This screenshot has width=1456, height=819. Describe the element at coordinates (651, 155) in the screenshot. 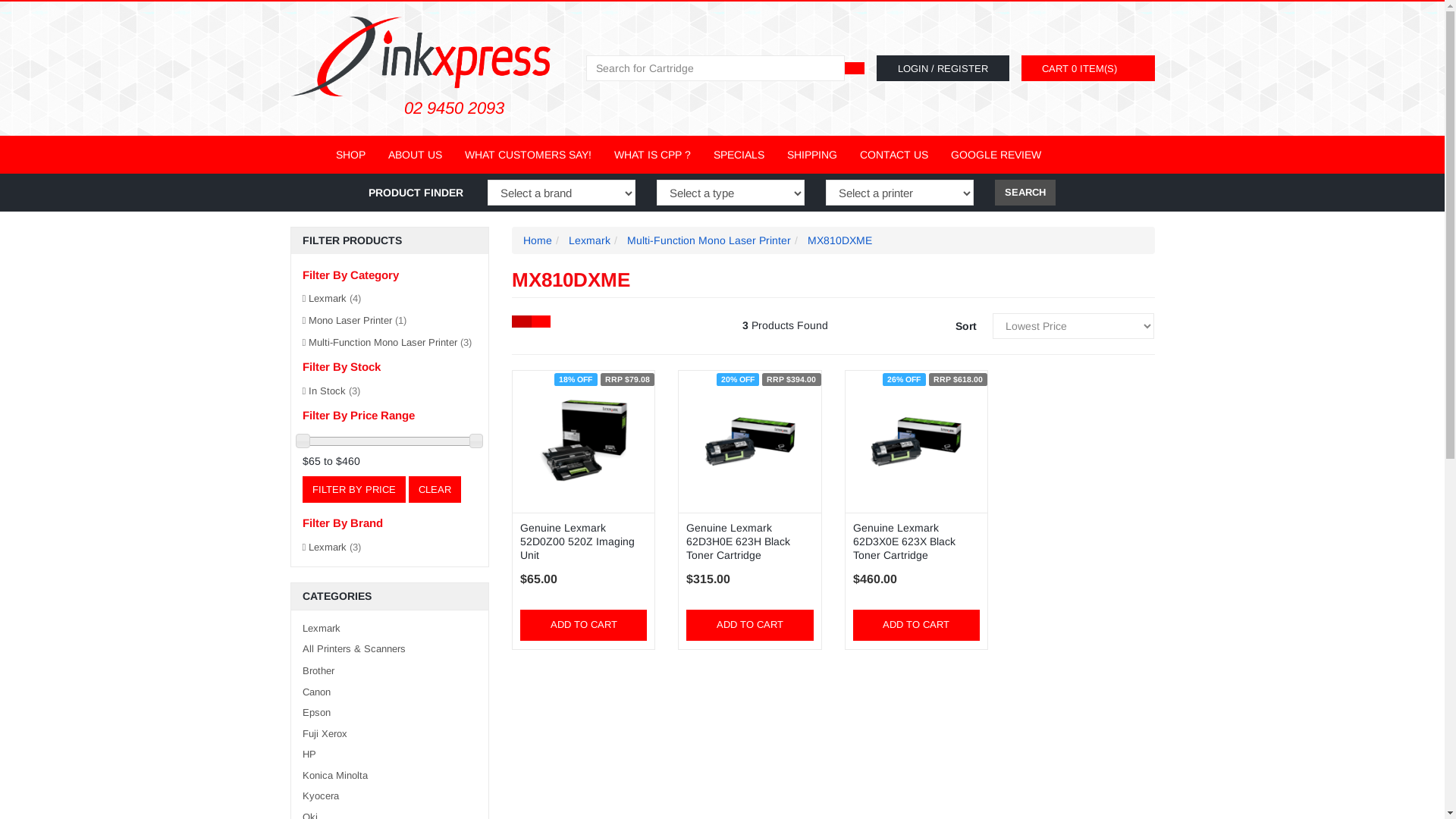

I see `'WHAT IS CPP ?'` at that location.